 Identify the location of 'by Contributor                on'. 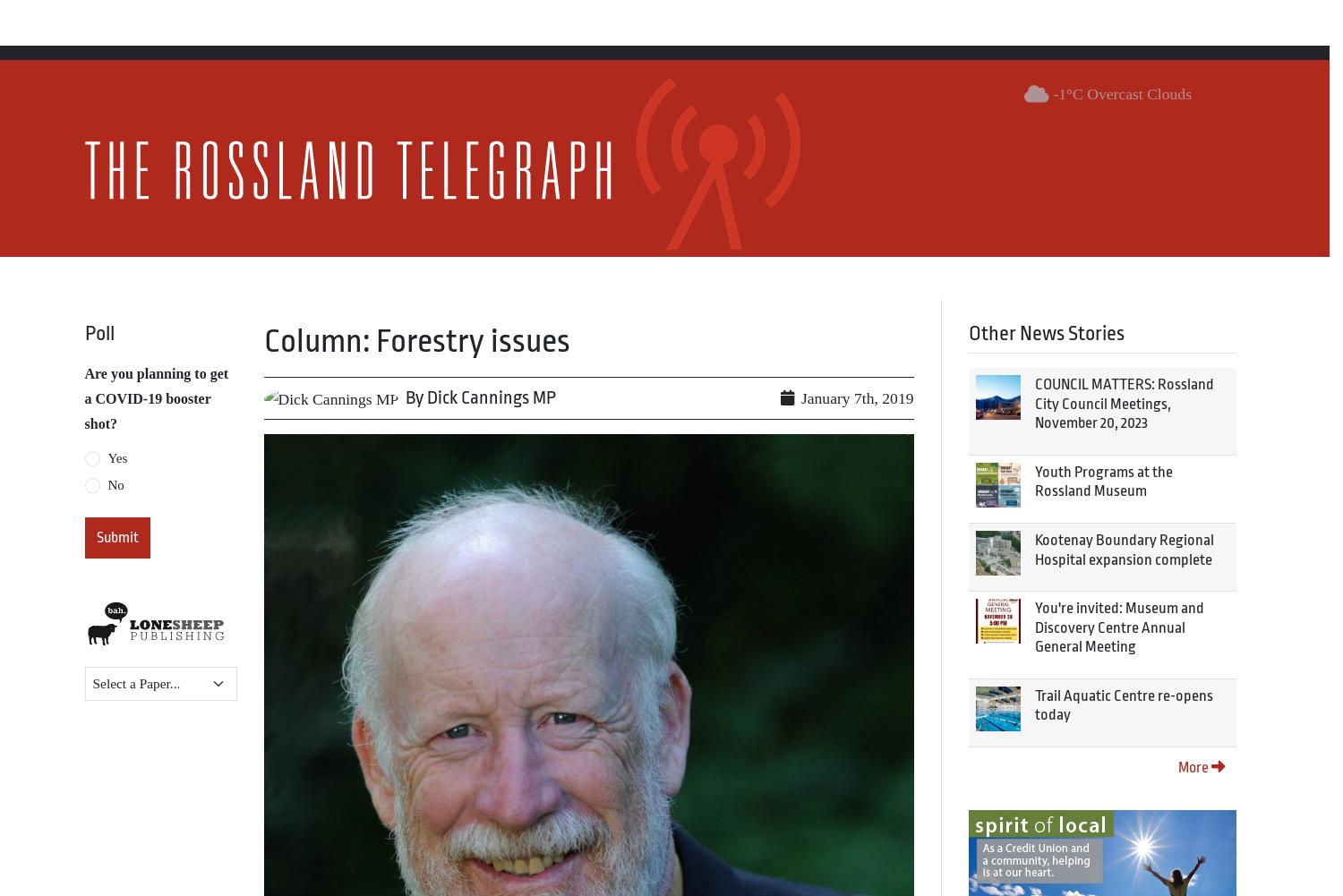
(548, 727).